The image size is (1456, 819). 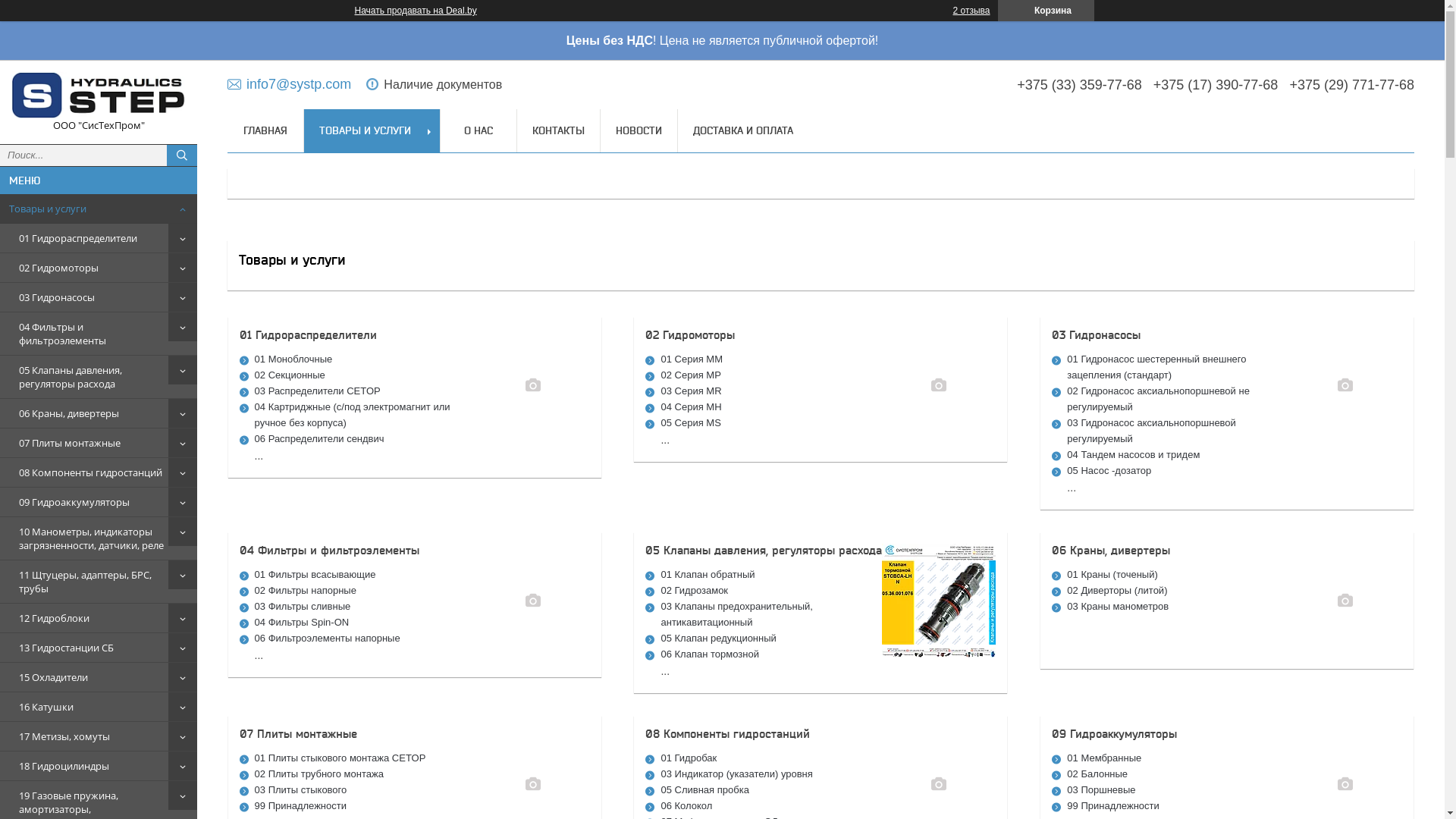 What do you see at coordinates (289, 83) in the screenshot?
I see `'info7@systp.com'` at bounding box center [289, 83].